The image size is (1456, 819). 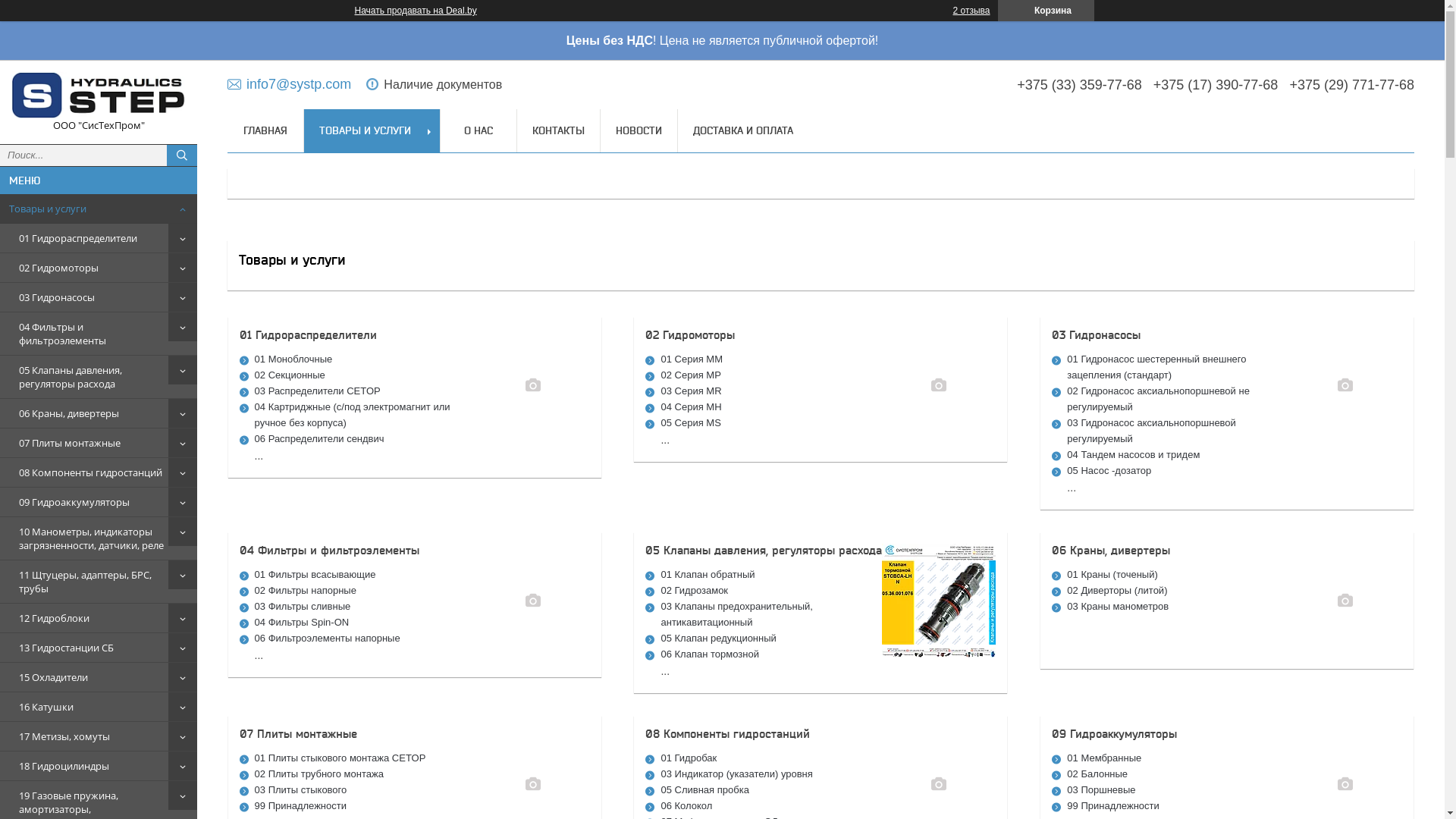 What do you see at coordinates (289, 83) in the screenshot?
I see `'info7@systp.com'` at bounding box center [289, 83].